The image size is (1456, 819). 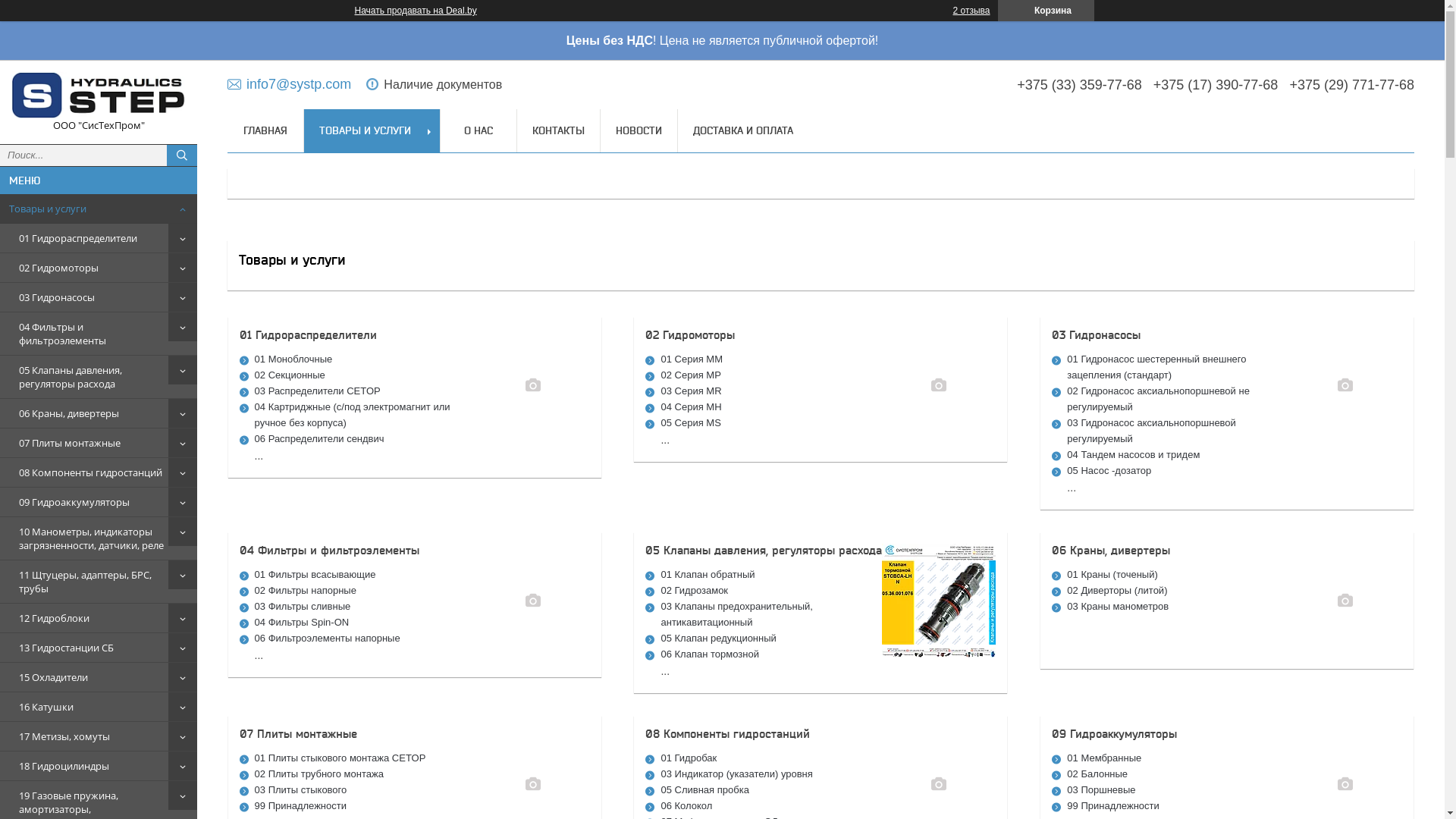 What do you see at coordinates (289, 83) in the screenshot?
I see `'info7@systp.com'` at bounding box center [289, 83].